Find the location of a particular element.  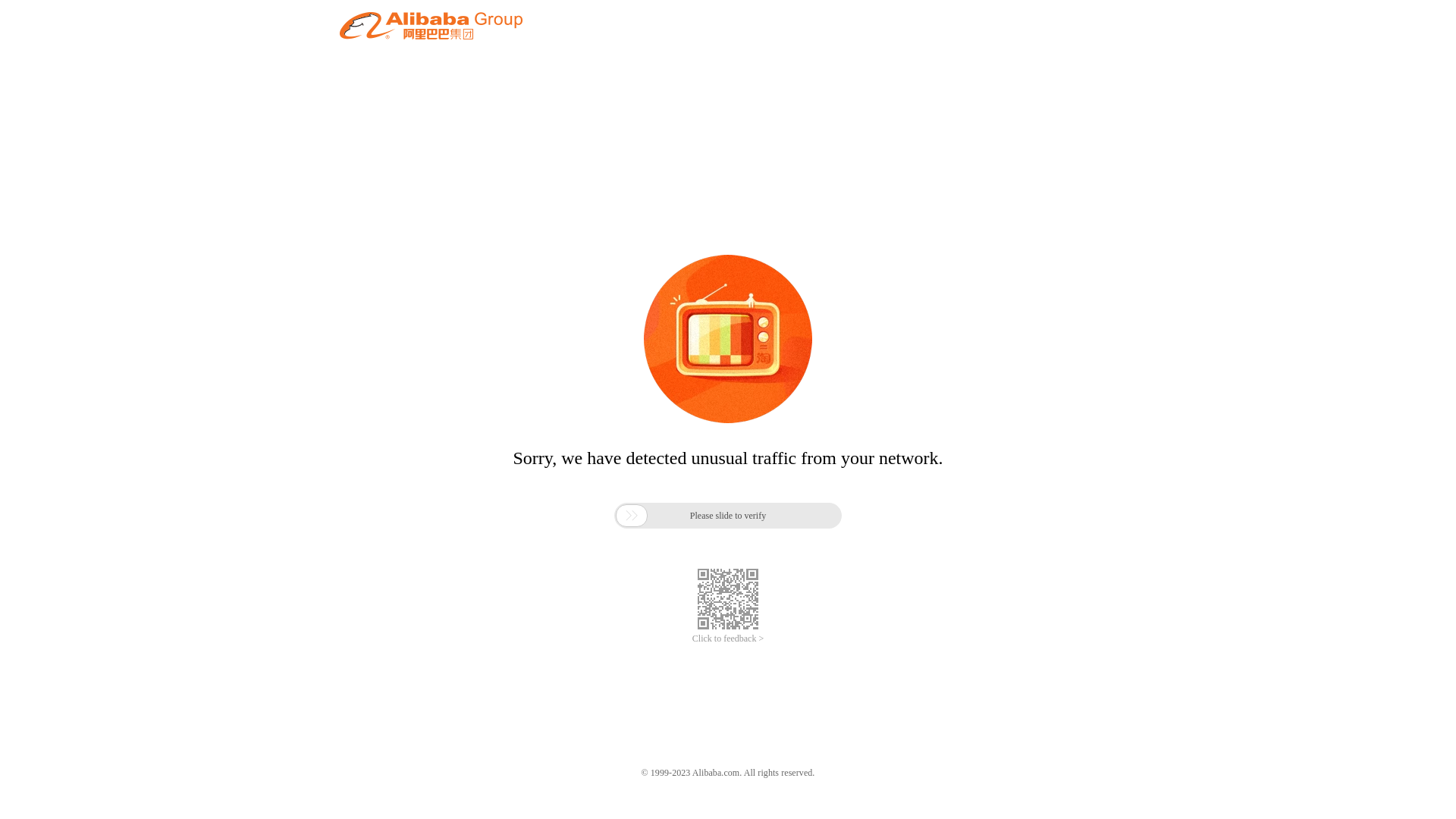

'Click to feedback >' is located at coordinates (728, 639).